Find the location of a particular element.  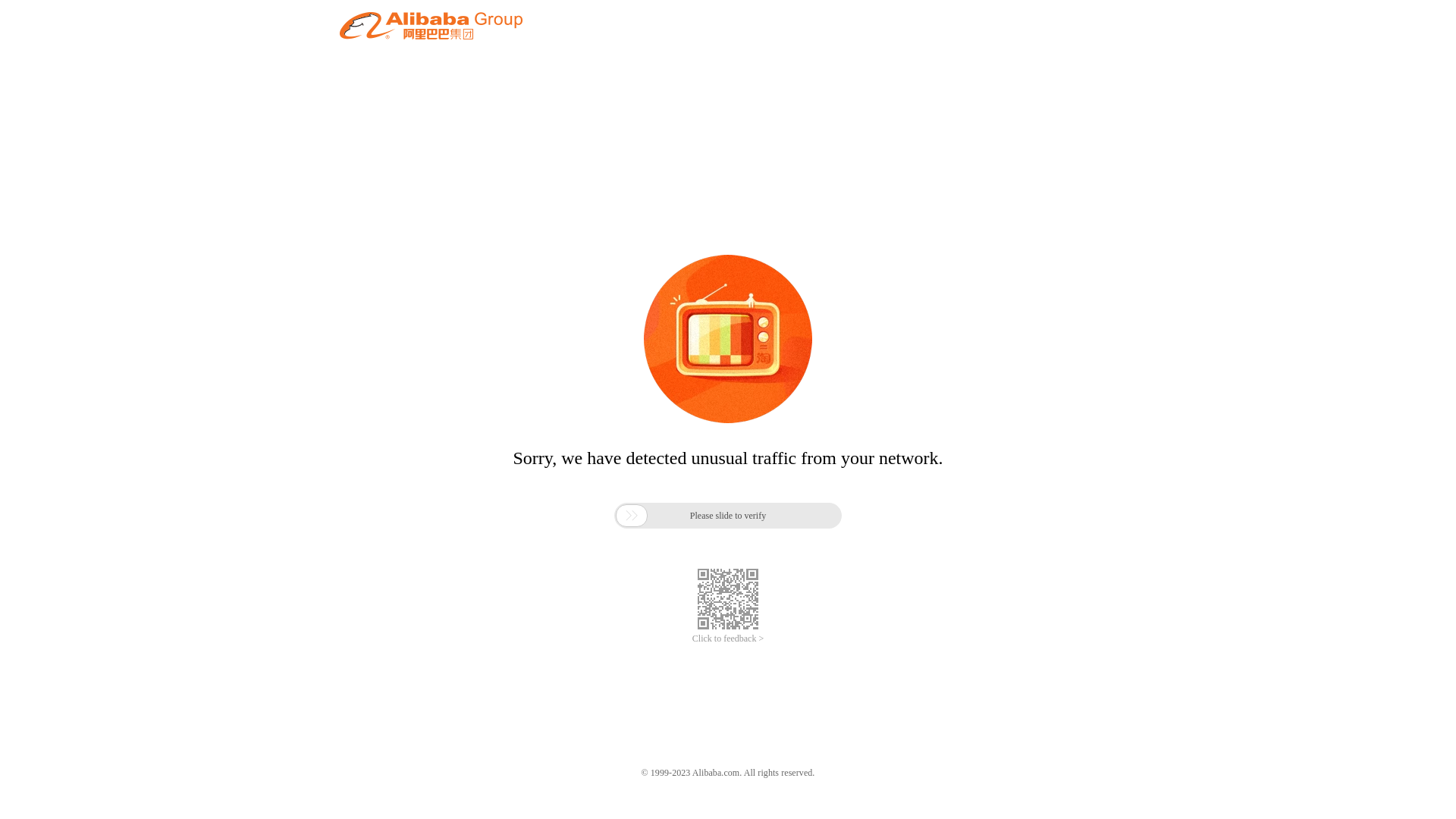

'Click to feedback >' is located at coordinates (728, 639).